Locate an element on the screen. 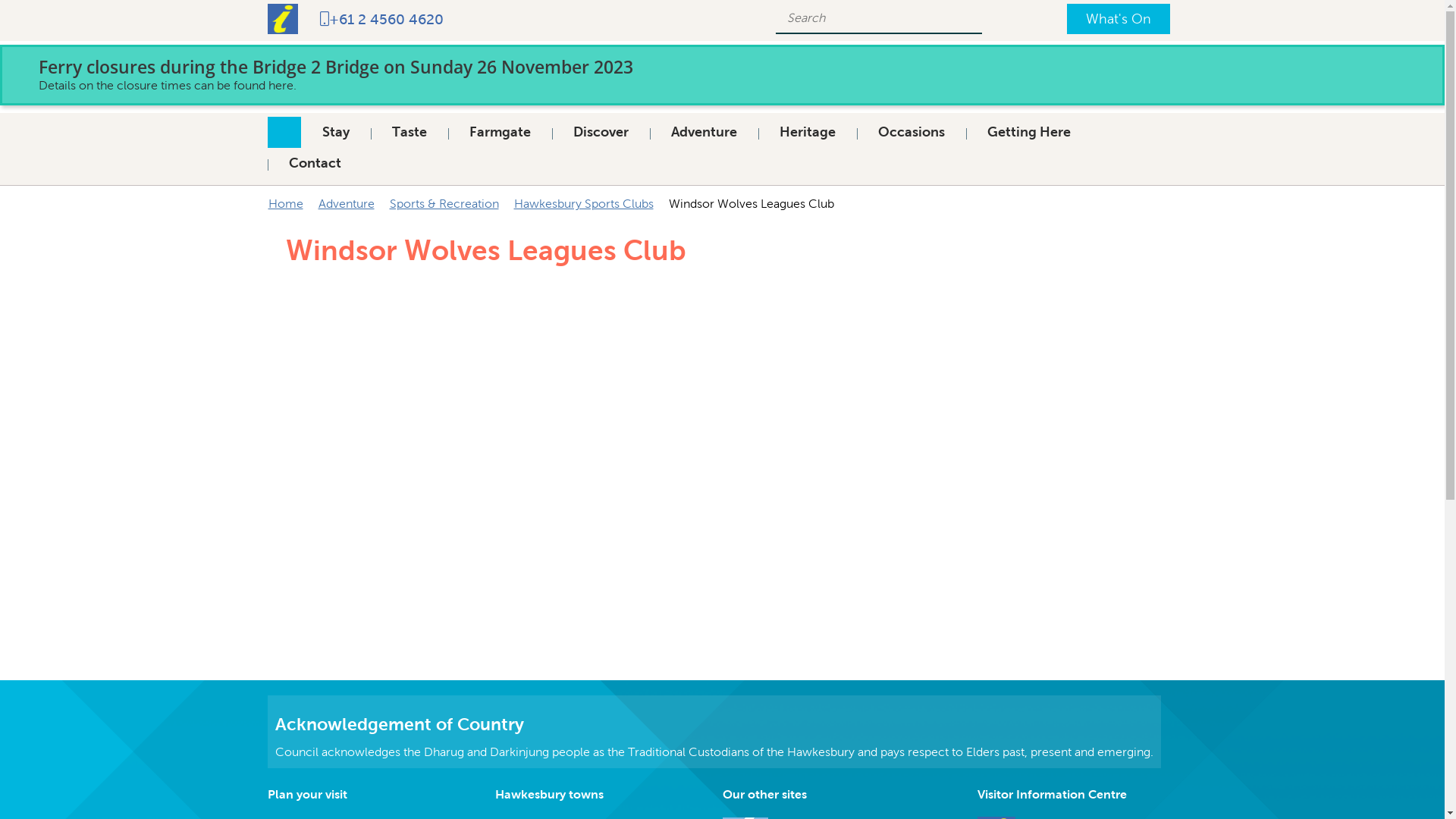 This screenshot has width=1456, height=819. 'Discover' is located at coordinates (551, 131).